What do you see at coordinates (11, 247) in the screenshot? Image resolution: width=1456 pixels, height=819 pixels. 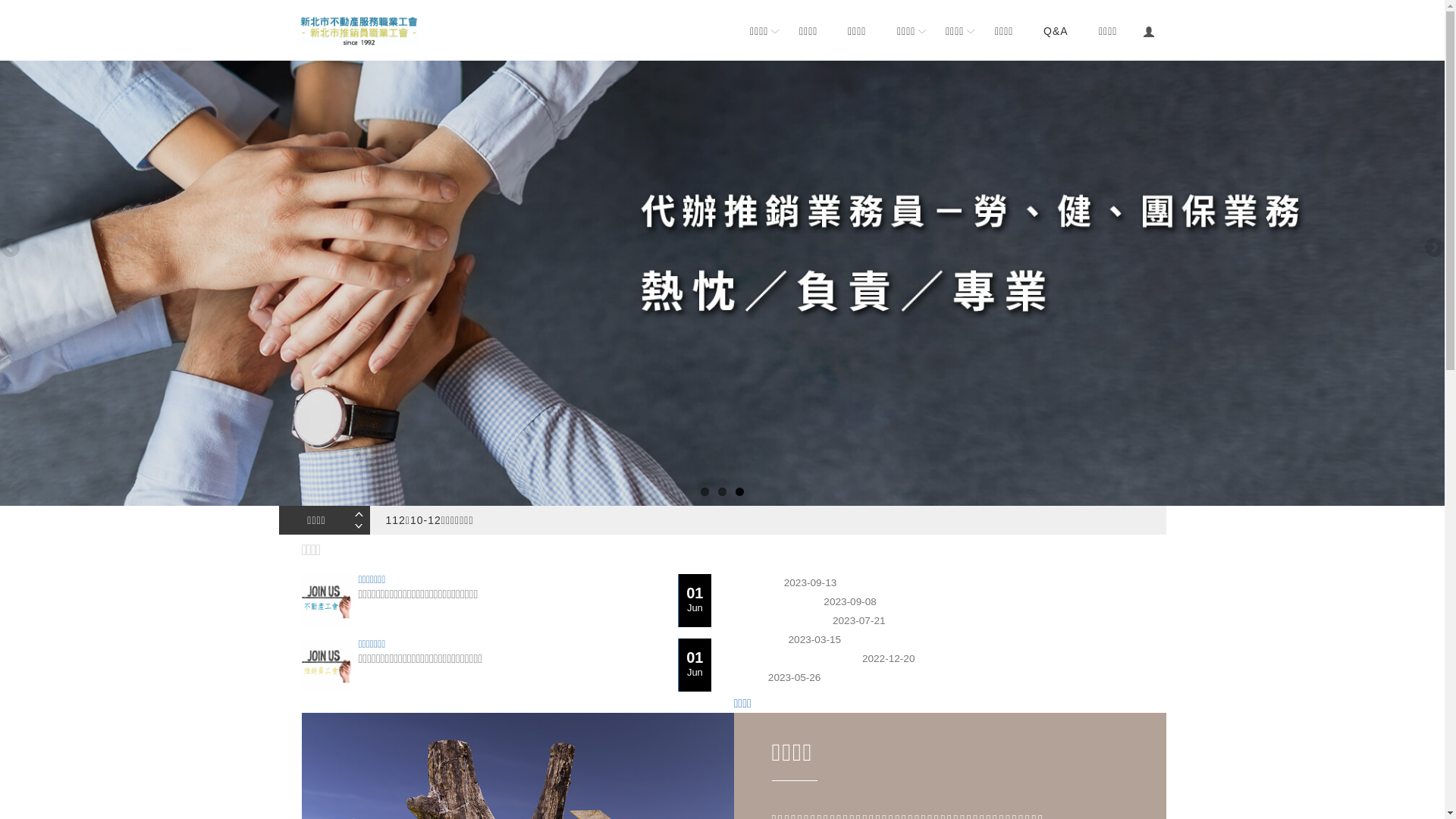 I see `'Previous'` at bounding box center [11, 247].